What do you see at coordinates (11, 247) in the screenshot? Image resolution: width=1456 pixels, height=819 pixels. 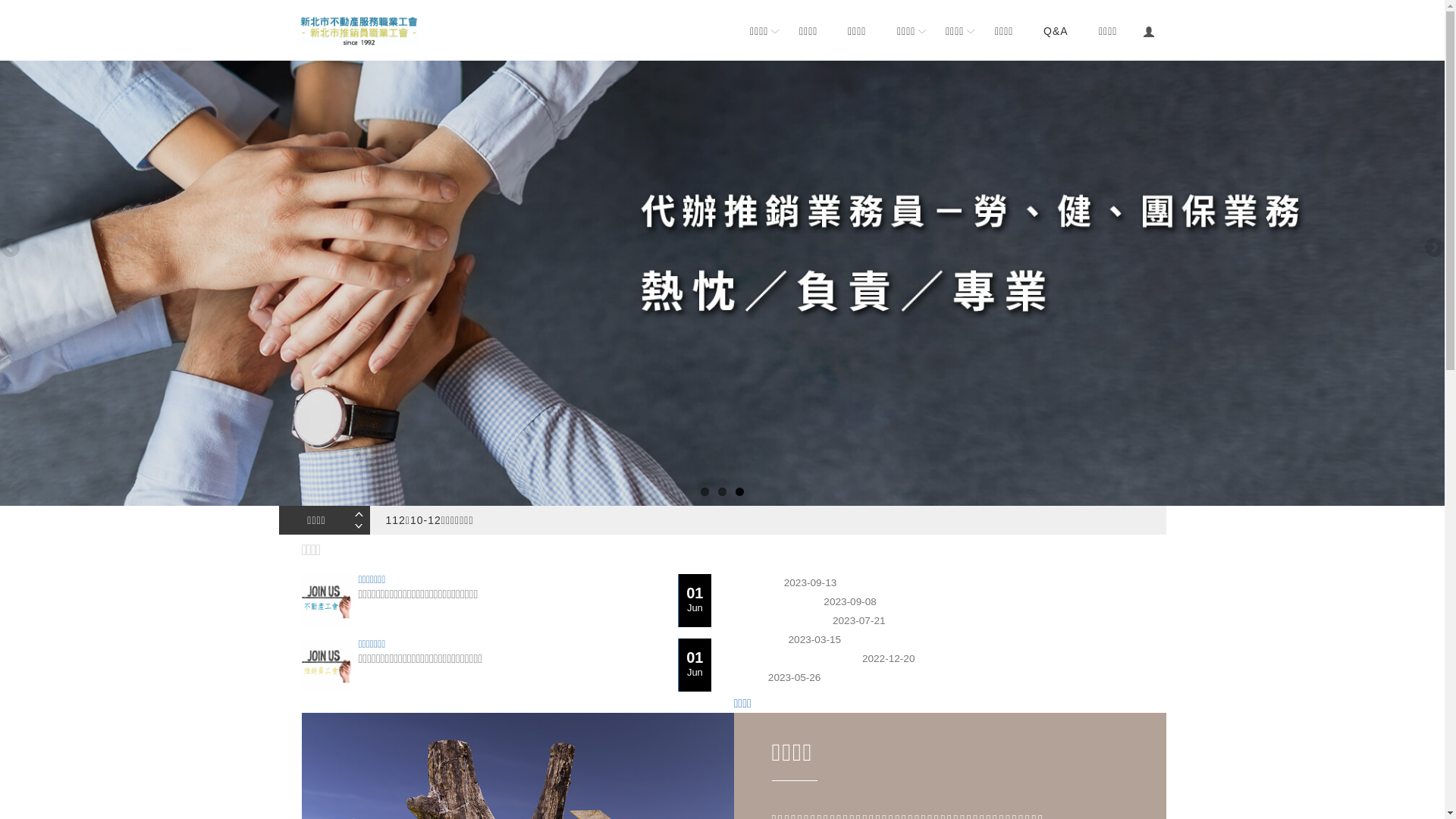 I see `'Previous'` at bounding box center [11, 247].